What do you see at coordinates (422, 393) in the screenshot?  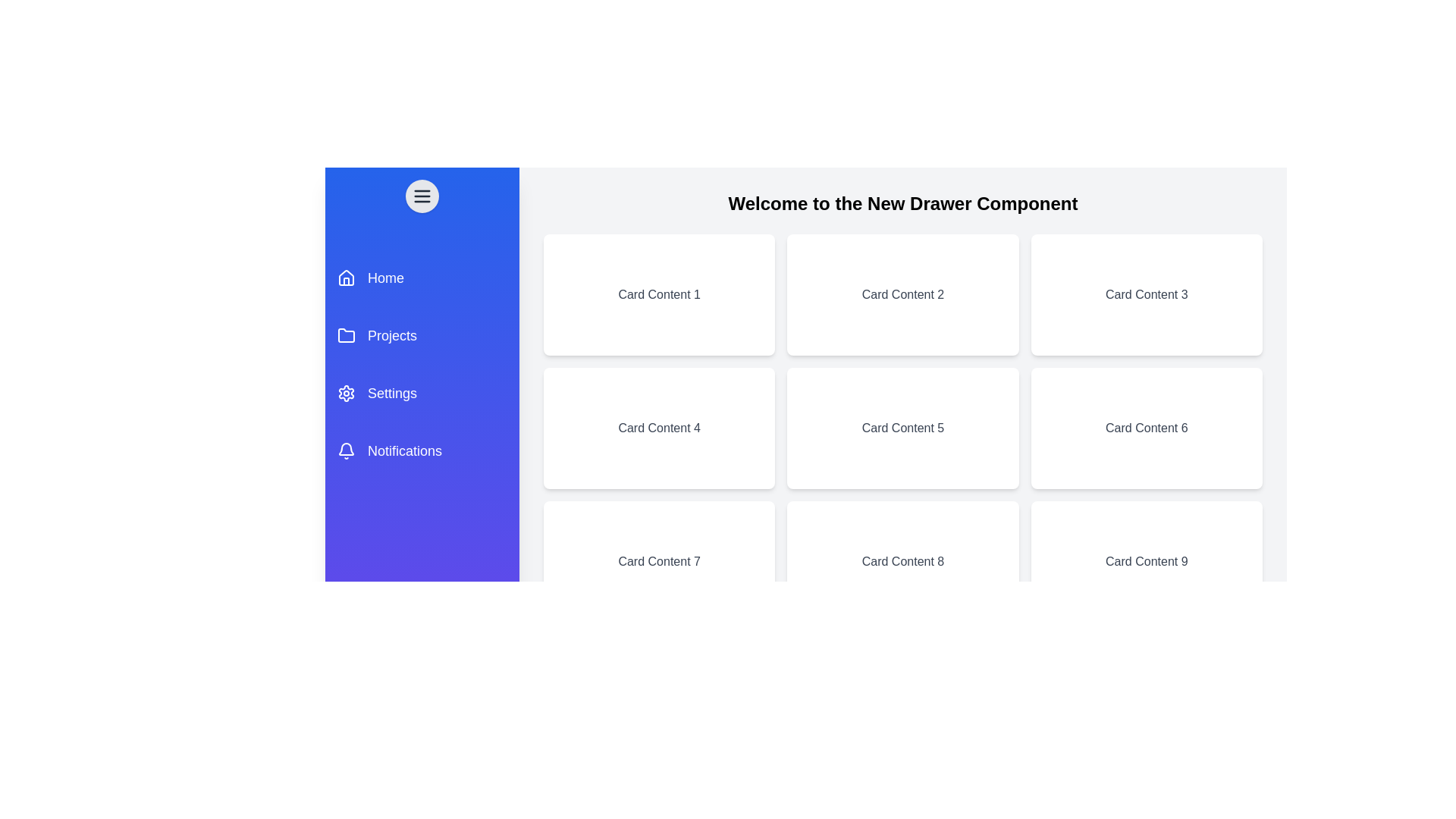 I see `the menu item Settings in the drawer` at bounding box center [422, 393].